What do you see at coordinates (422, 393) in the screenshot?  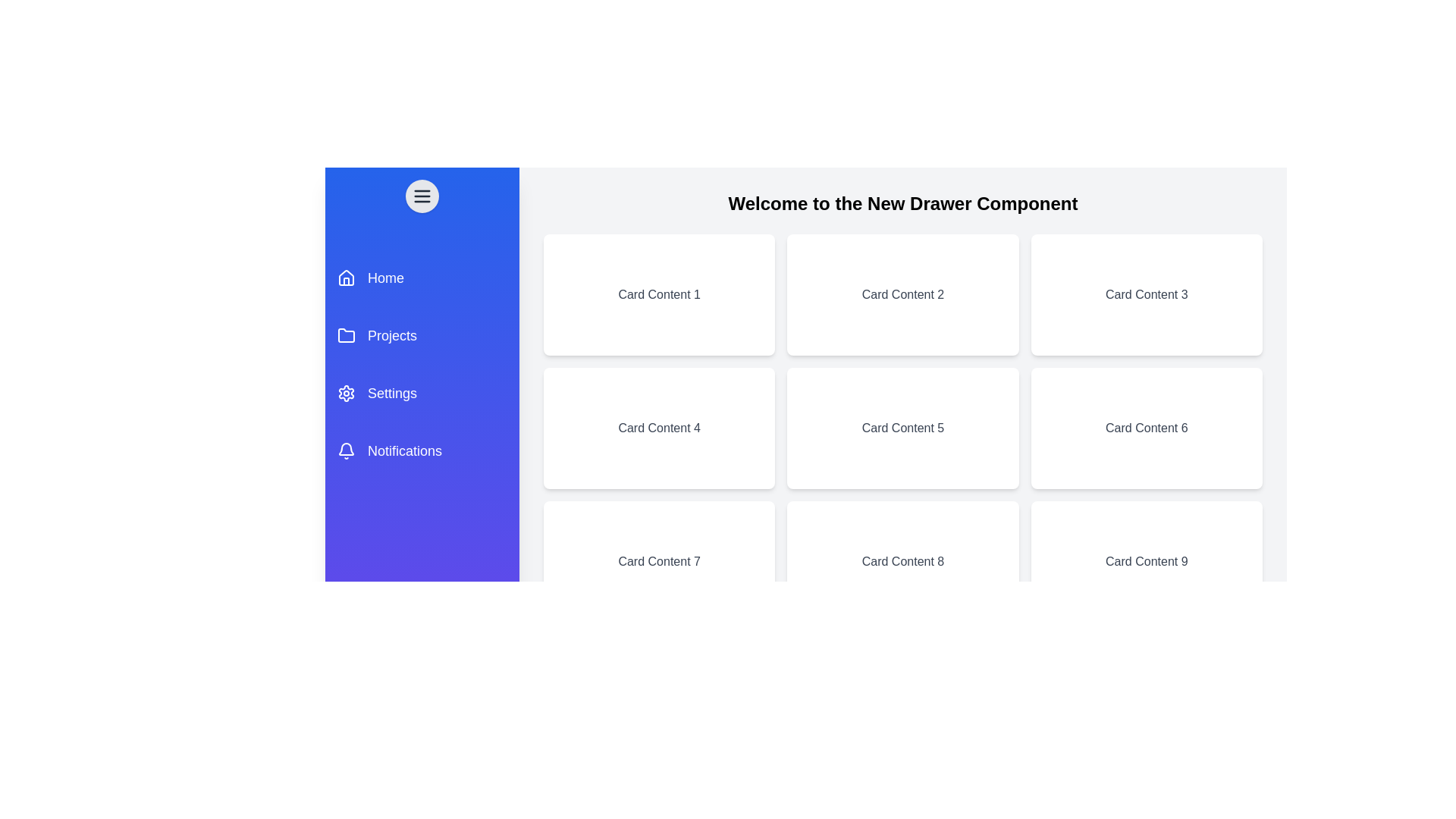 I see `the menu item Settings in the drawer` at bounding box center [422, 393].